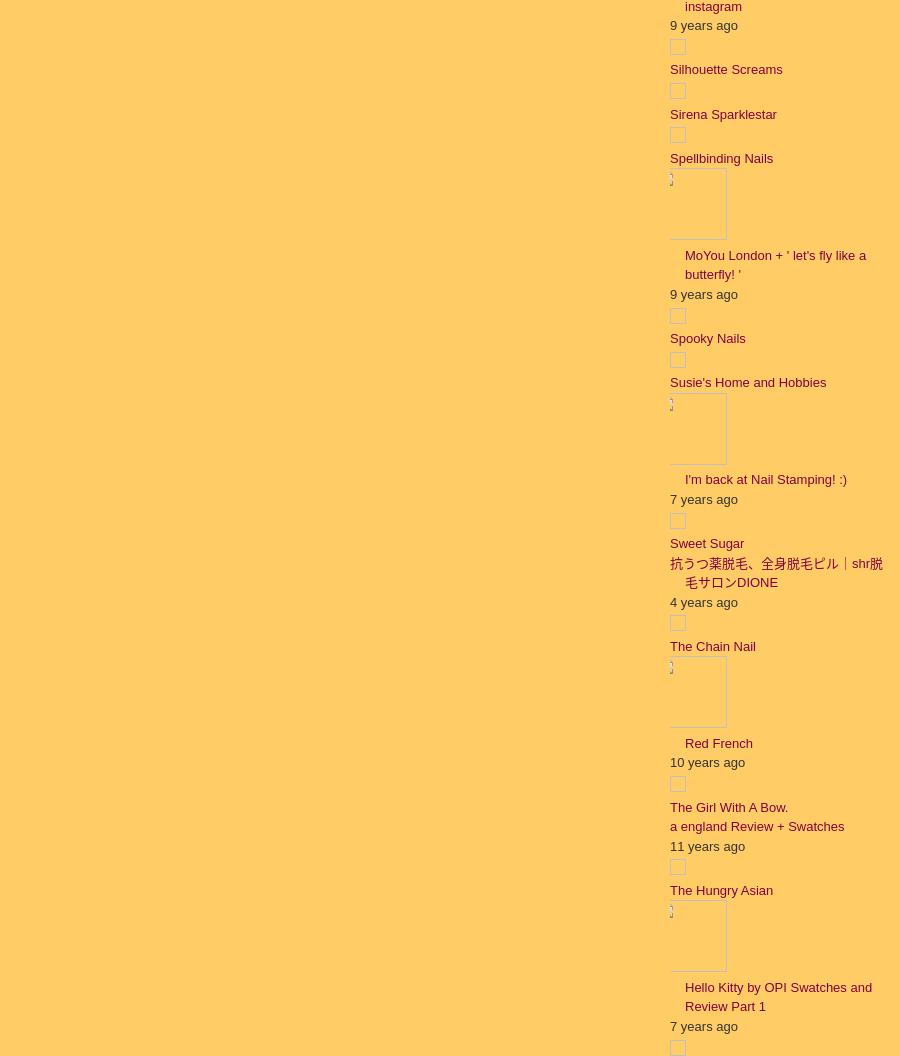 The width and height of the screenshot is (900, 1056). Describe the element at coordinates (706, 337) in the screenshot. I see `'Spooky Nails'` at that location.